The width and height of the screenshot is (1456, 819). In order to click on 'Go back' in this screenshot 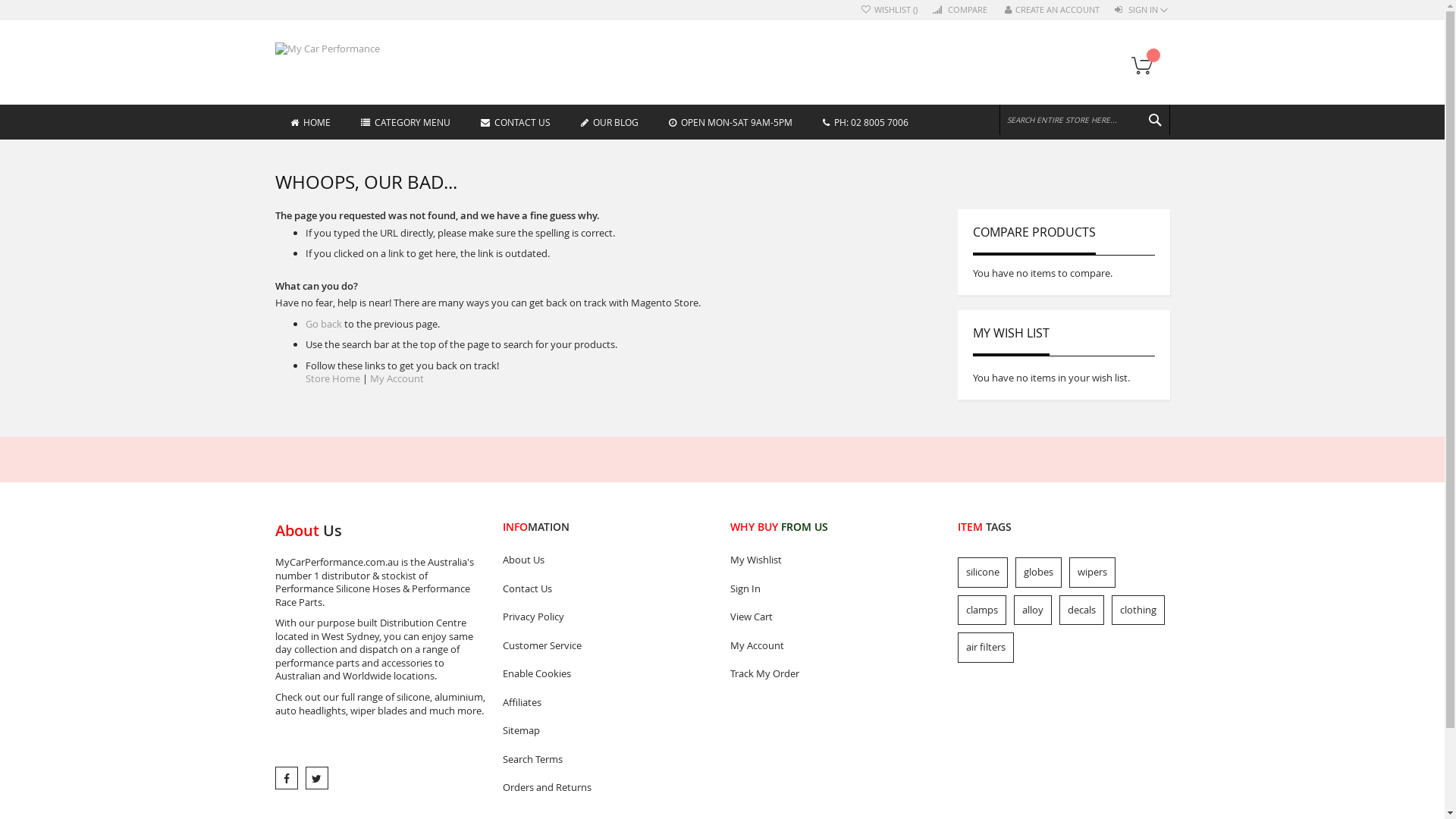, I will do `click(322, 323)`.